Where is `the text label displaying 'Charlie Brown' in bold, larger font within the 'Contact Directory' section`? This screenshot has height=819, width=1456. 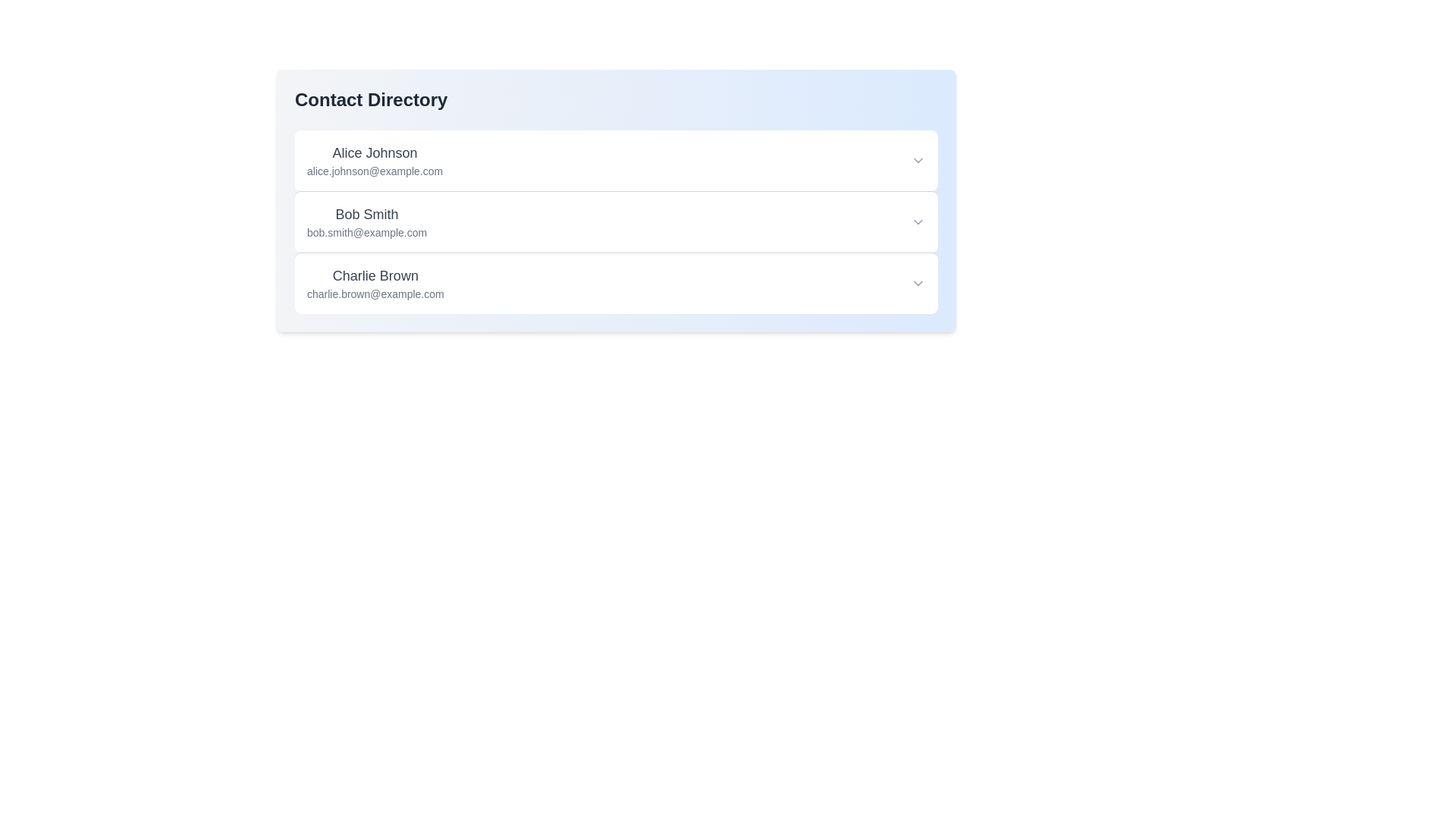 the text label displaying 'Charlie Brown' in bold, larger font within the 'Contact Directory' section is located at coordinates (375, 275).